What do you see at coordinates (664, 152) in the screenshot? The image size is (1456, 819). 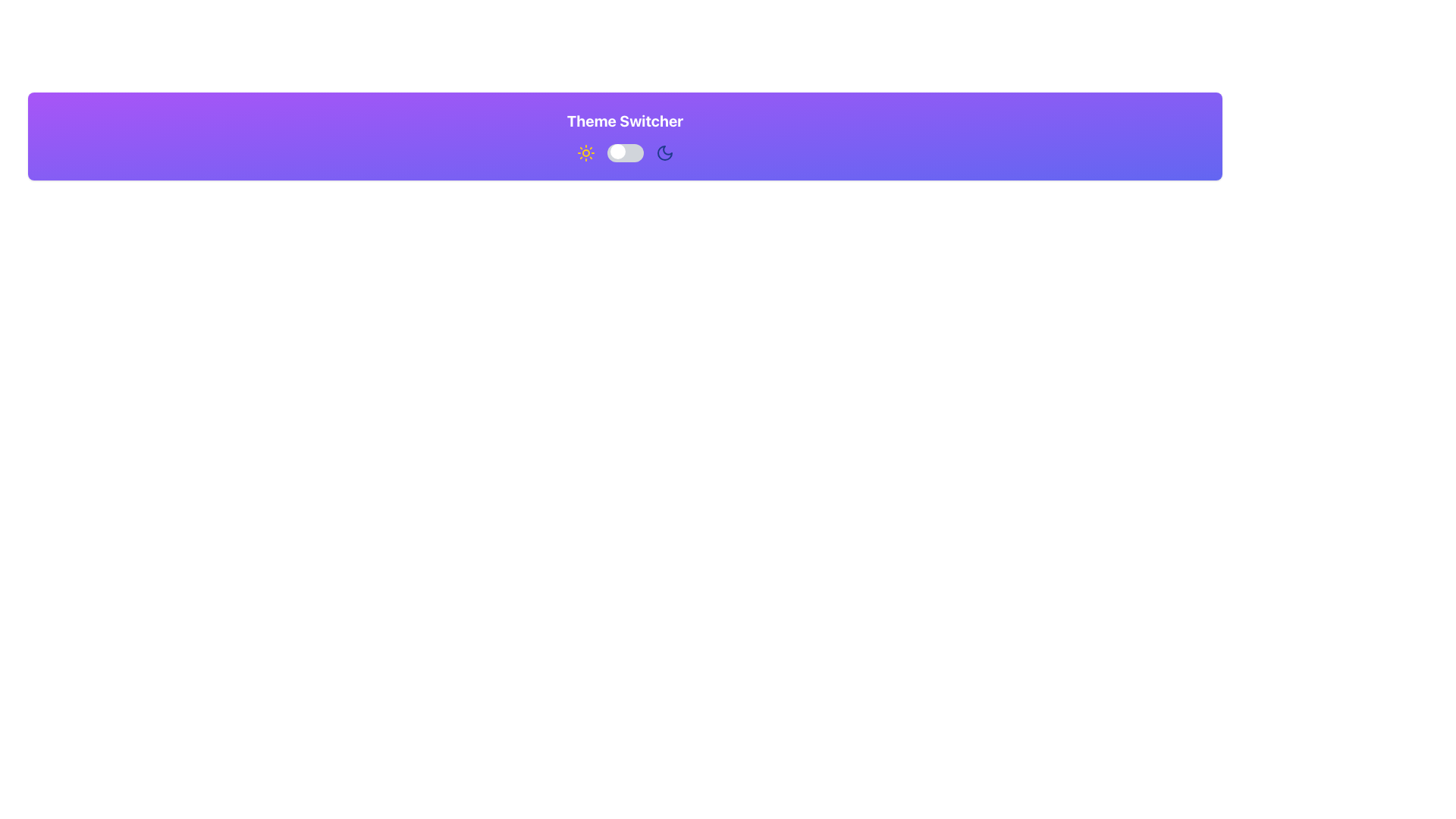 I see `the graphic icon for switching to night or dark mode, which is the third item in the 'Theme Switcher' group, located between the toggle button and the group boundary` at bounding box center [664, 152].